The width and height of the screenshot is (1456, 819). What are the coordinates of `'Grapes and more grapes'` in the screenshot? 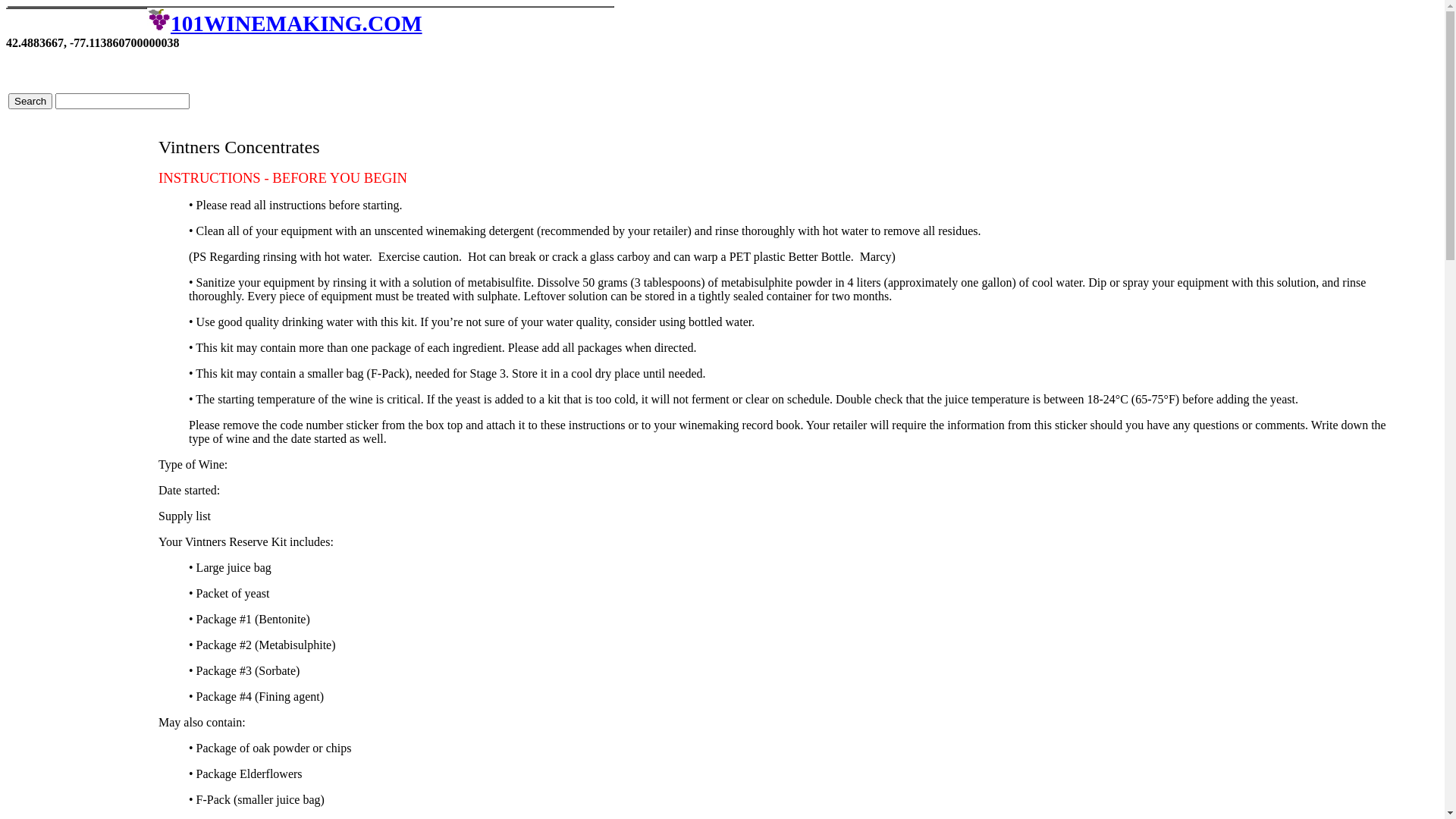 It's located at (146, 19).